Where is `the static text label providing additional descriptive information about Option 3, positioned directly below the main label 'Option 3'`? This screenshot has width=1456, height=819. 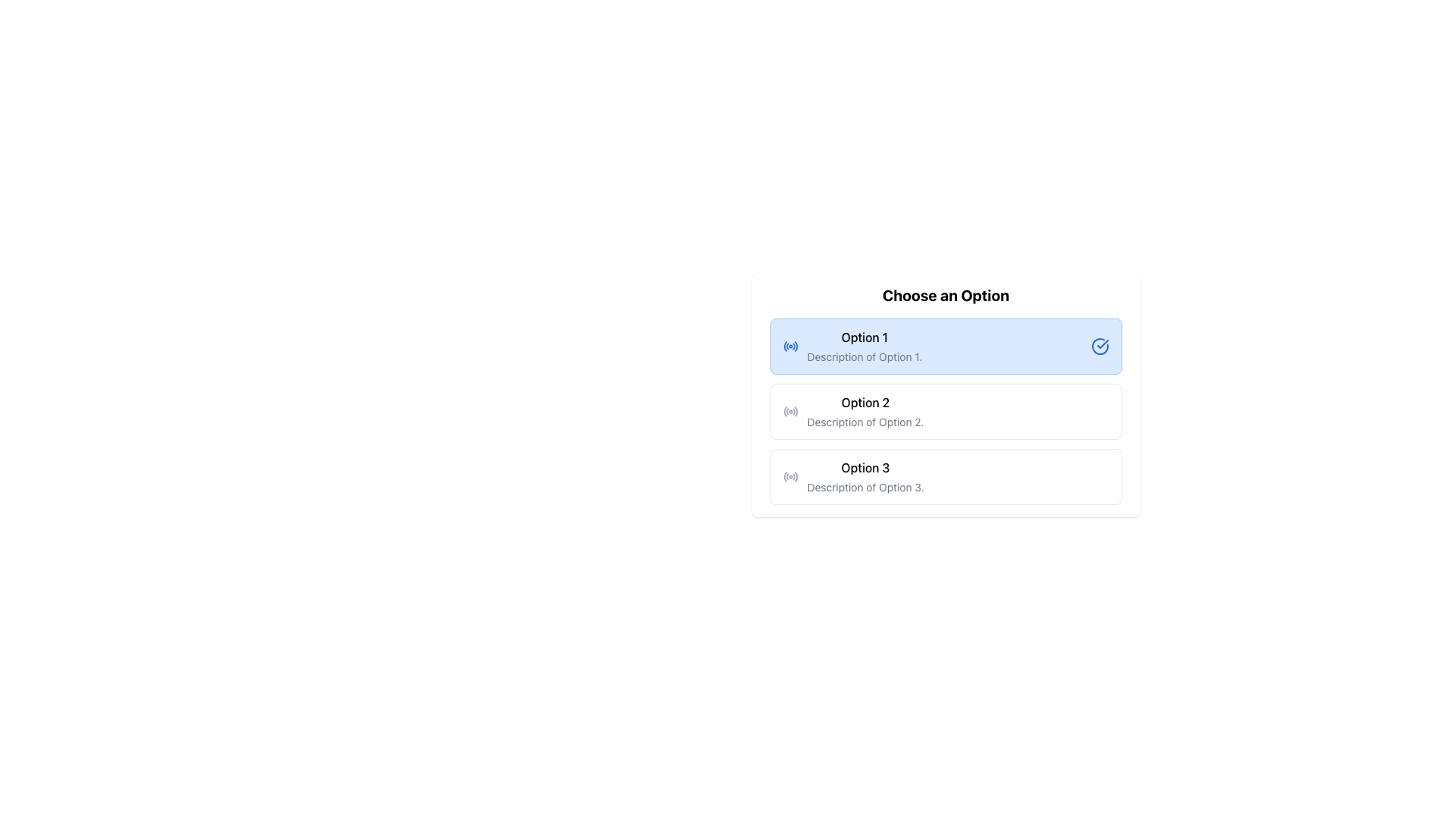 the static text label providing additional descriptive information about Option 3, positioned directly below the main label 'Option 3' is located at coordinates (865, 488).